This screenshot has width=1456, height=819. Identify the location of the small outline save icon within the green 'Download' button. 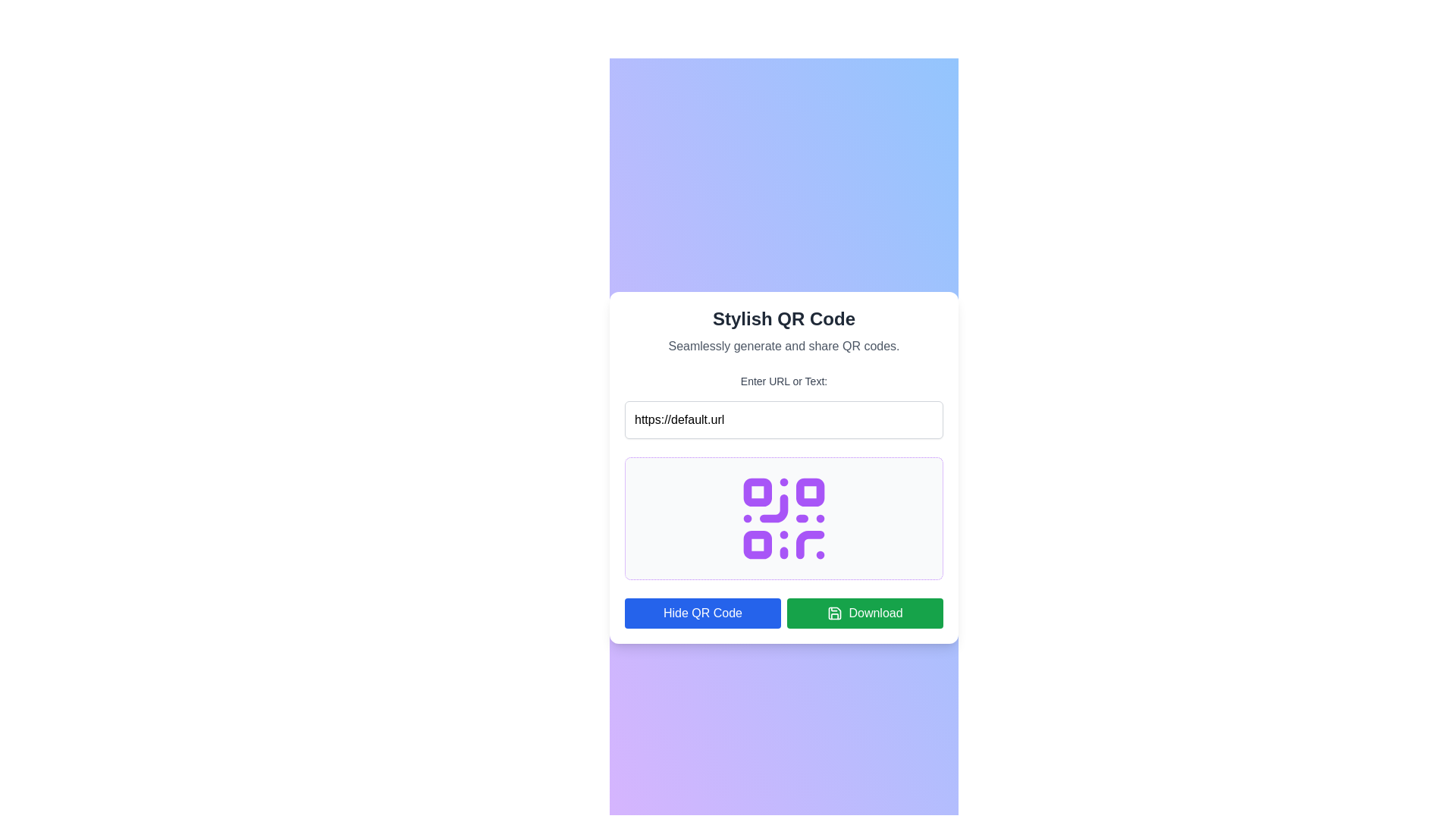
(834, 613).